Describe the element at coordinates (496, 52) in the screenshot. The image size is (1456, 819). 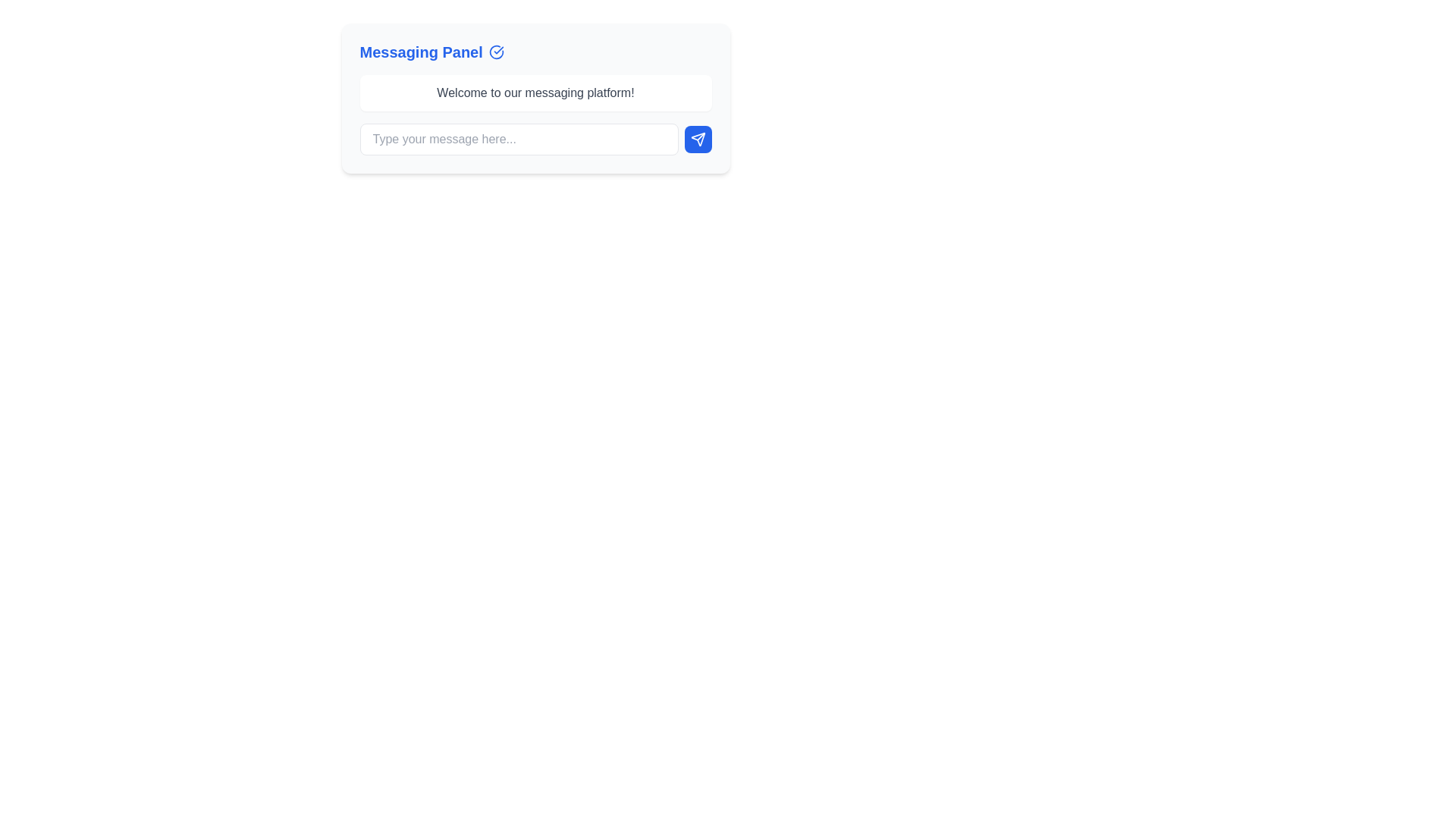
I see `the circular icon styled as a checkmark within a blue-bordered circle, located to the right of the 'Messaging Panel' text in the header of the interface` at that location.